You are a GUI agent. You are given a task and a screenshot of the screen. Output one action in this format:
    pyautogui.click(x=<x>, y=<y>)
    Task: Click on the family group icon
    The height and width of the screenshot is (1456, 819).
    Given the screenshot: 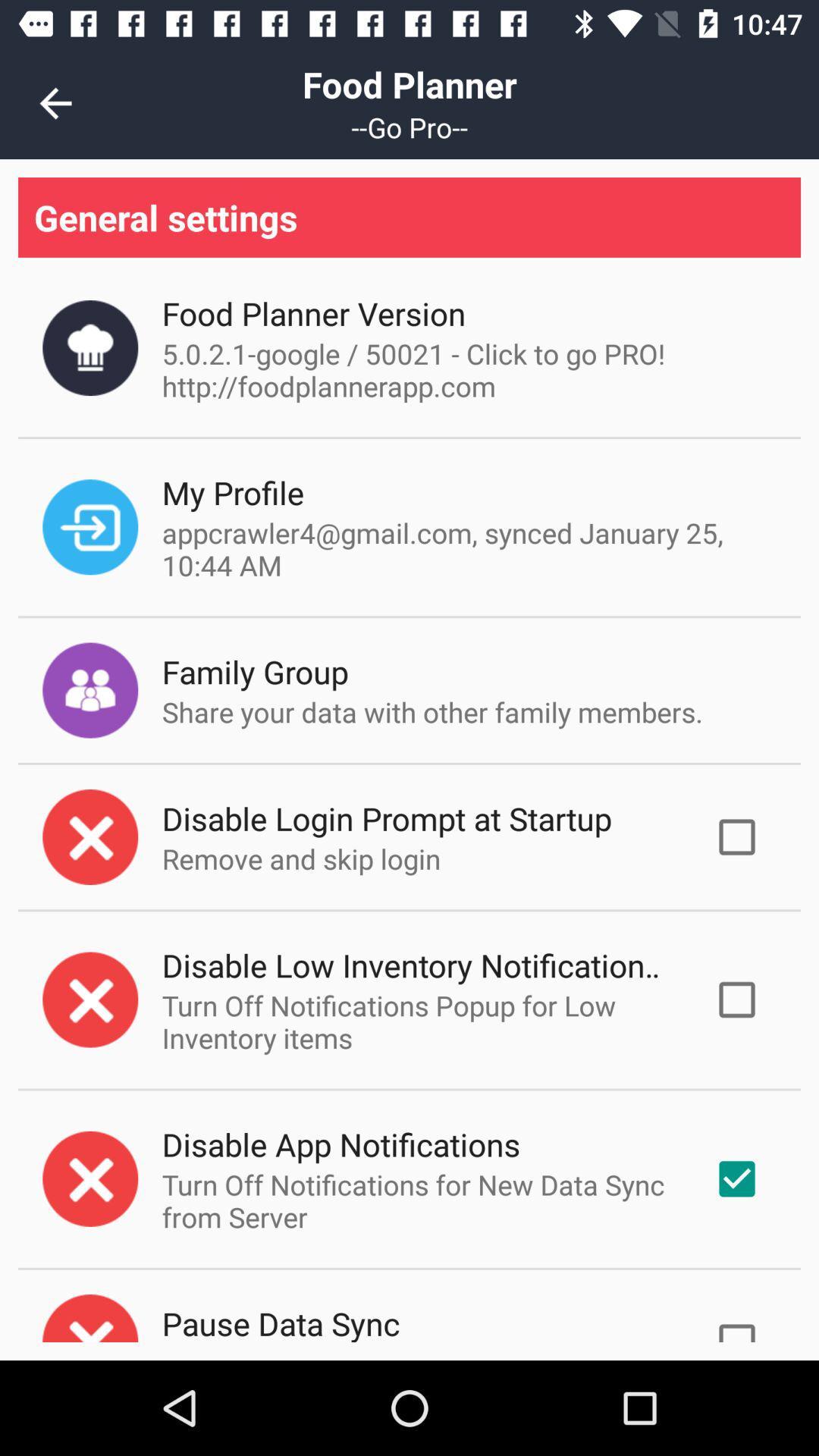 What is the action you would take?
    pyautogui.click(x=254, y=670)
    